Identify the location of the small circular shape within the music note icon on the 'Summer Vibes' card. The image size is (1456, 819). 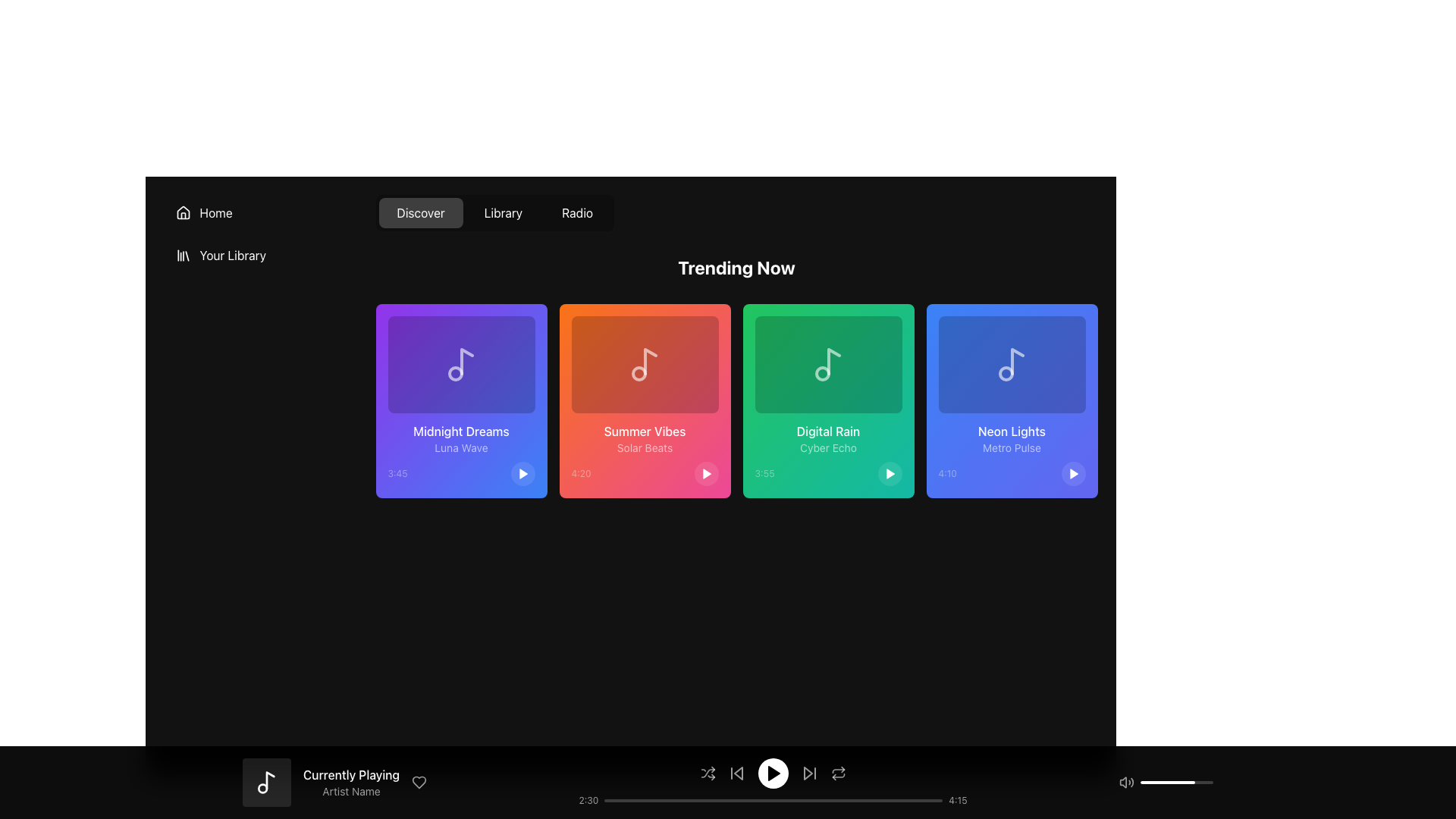
(639, 374).